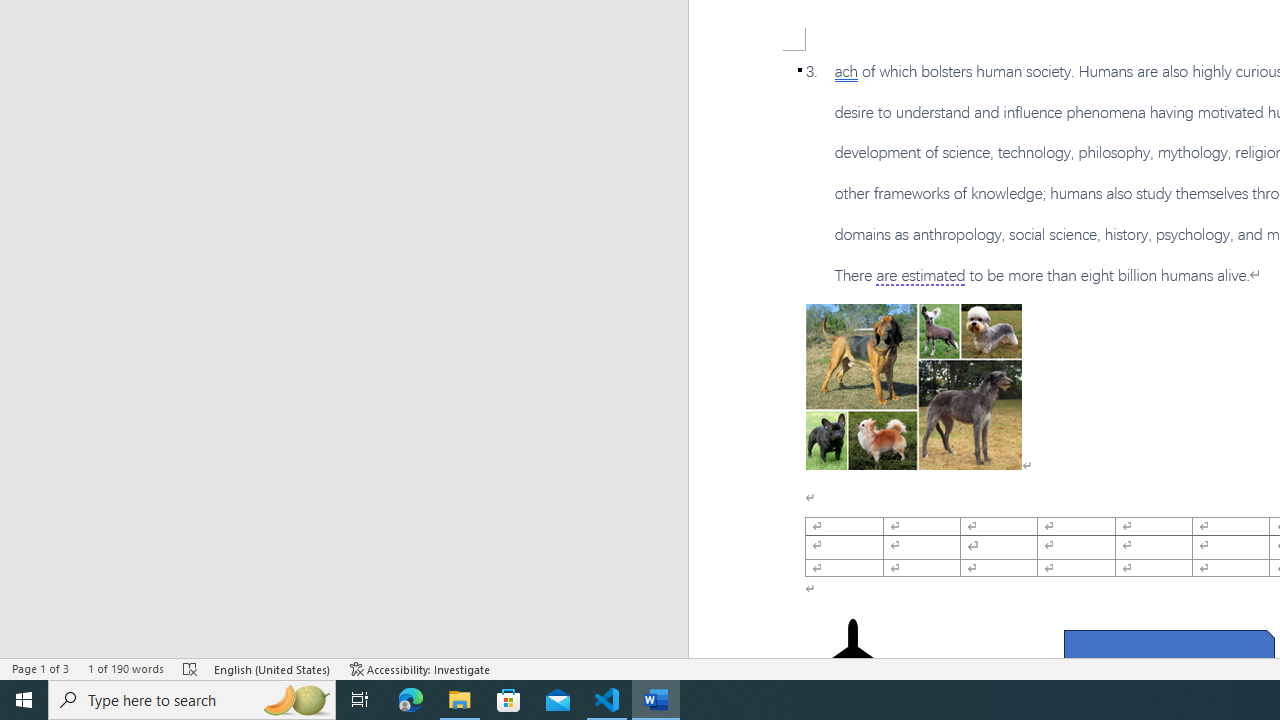 Image resolution: width=1280 pixels, height=720 pixels. I want to click on 'Airplane with solid fill', so click(853, 658).